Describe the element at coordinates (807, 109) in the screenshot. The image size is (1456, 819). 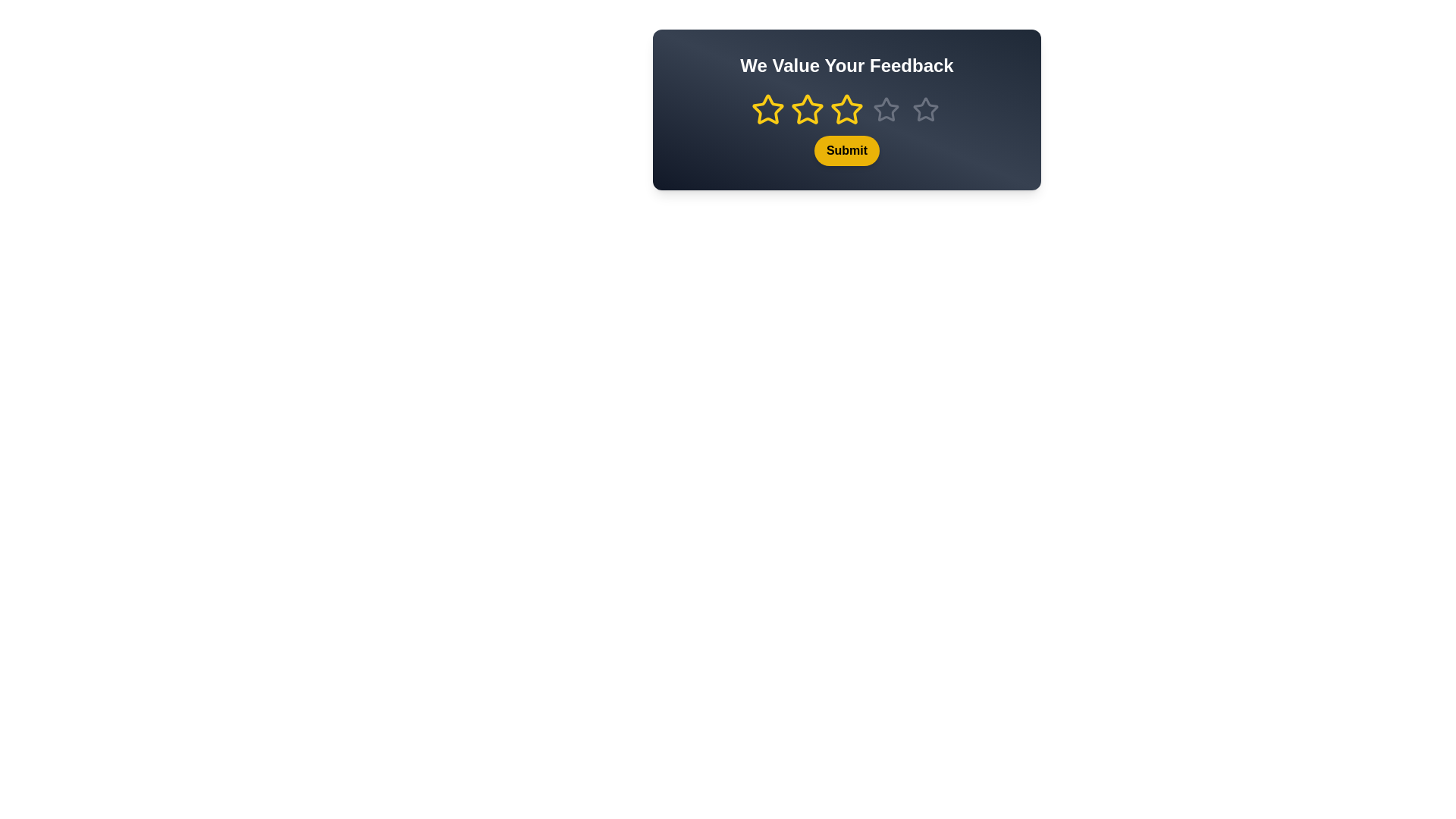
I see `the second star-shaped rating icon with a yellow outline` at that location.